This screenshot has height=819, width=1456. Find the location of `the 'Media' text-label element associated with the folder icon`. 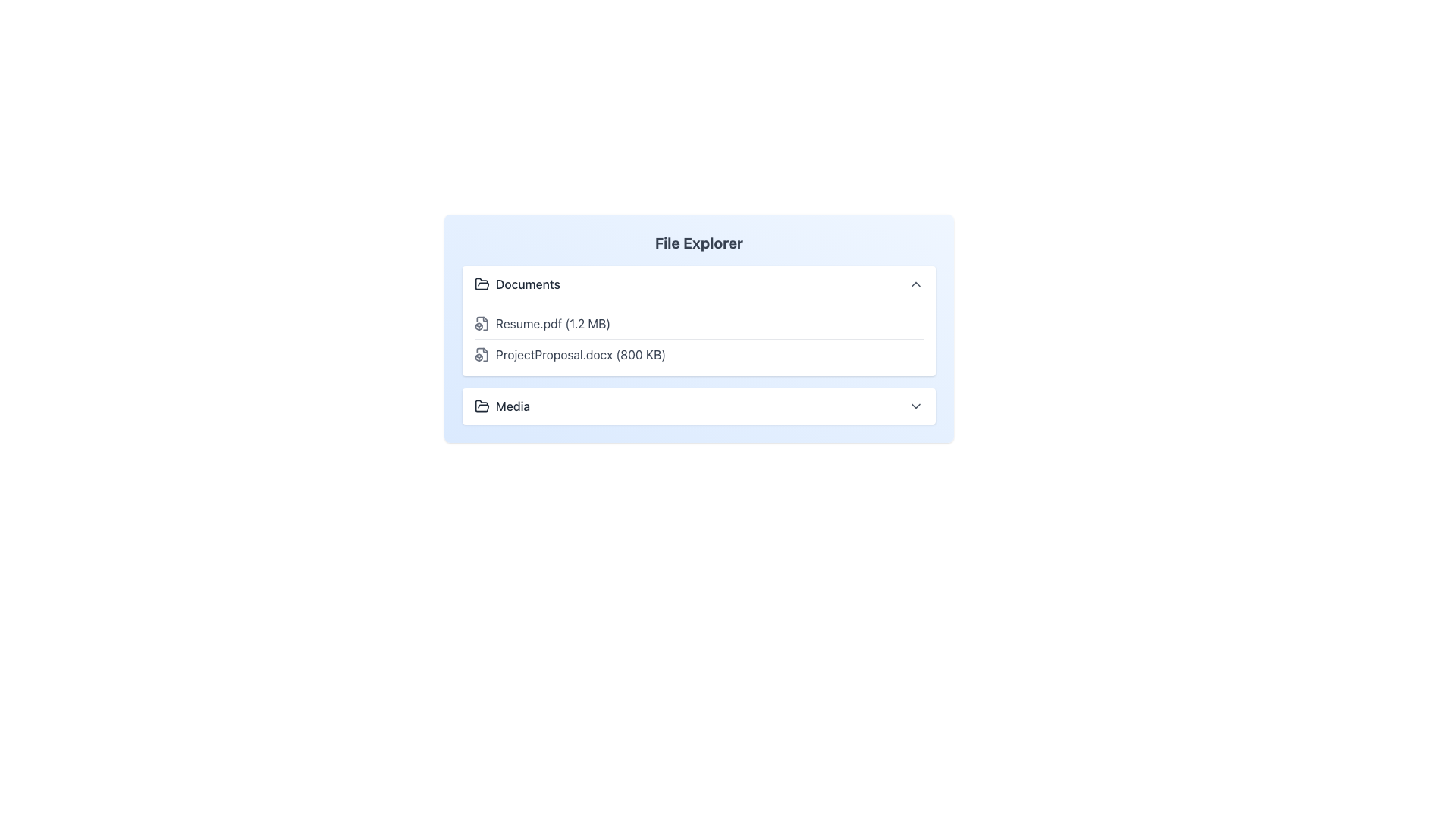

the 'Media' text-label element associated with the folder icon is located at coordinates (502, 406).